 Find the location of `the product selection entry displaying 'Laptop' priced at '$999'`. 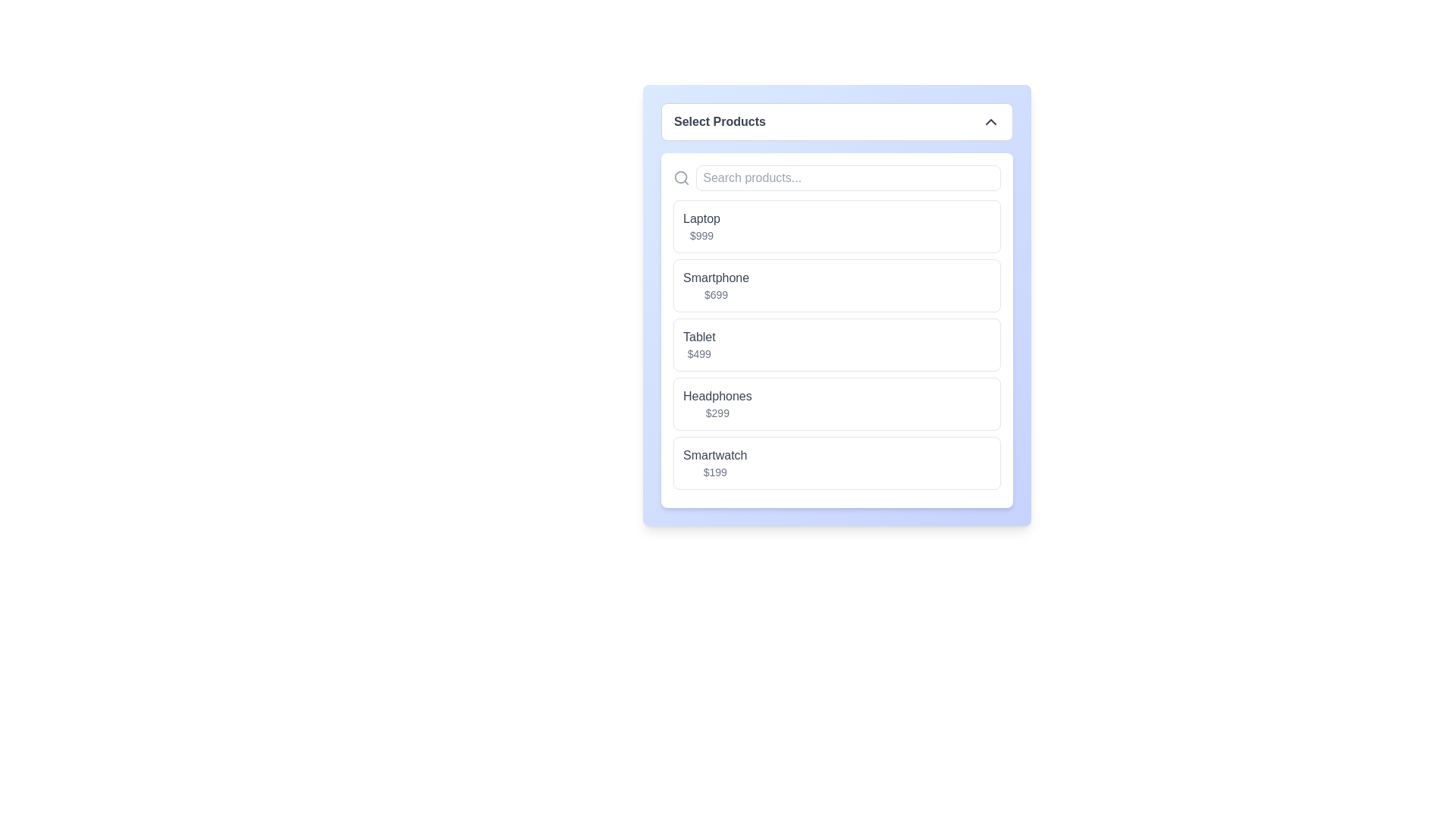

the product selection entry displaying 'Laptop' priced at '$999' is located at coordinates (836, 227).